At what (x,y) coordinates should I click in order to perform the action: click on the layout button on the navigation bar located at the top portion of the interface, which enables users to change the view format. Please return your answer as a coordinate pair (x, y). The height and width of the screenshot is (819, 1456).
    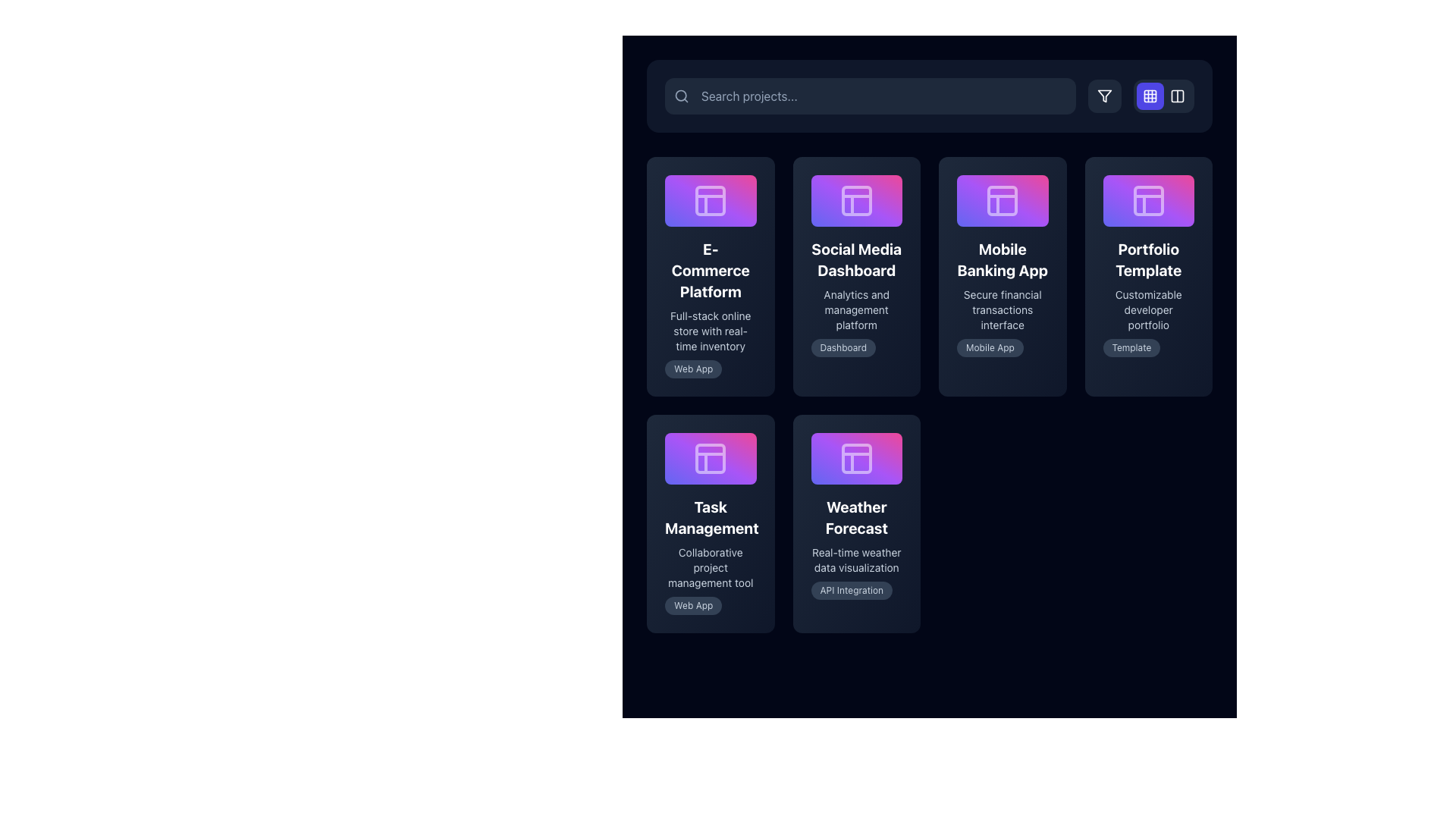
    Looking at the image, I should click on (928, 96).